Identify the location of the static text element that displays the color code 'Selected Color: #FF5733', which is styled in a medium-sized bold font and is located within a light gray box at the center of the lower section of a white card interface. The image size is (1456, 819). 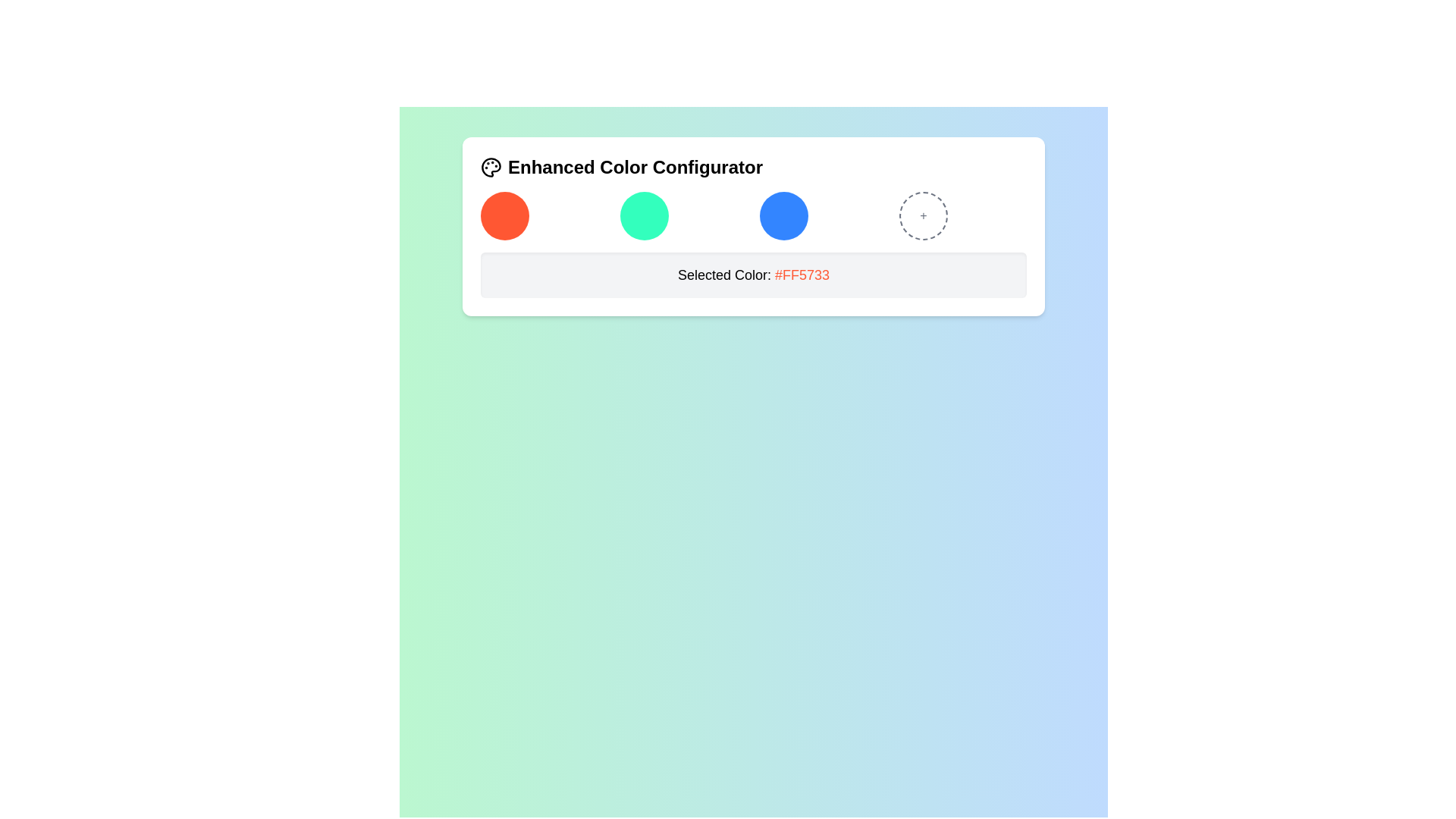
(753, 275).